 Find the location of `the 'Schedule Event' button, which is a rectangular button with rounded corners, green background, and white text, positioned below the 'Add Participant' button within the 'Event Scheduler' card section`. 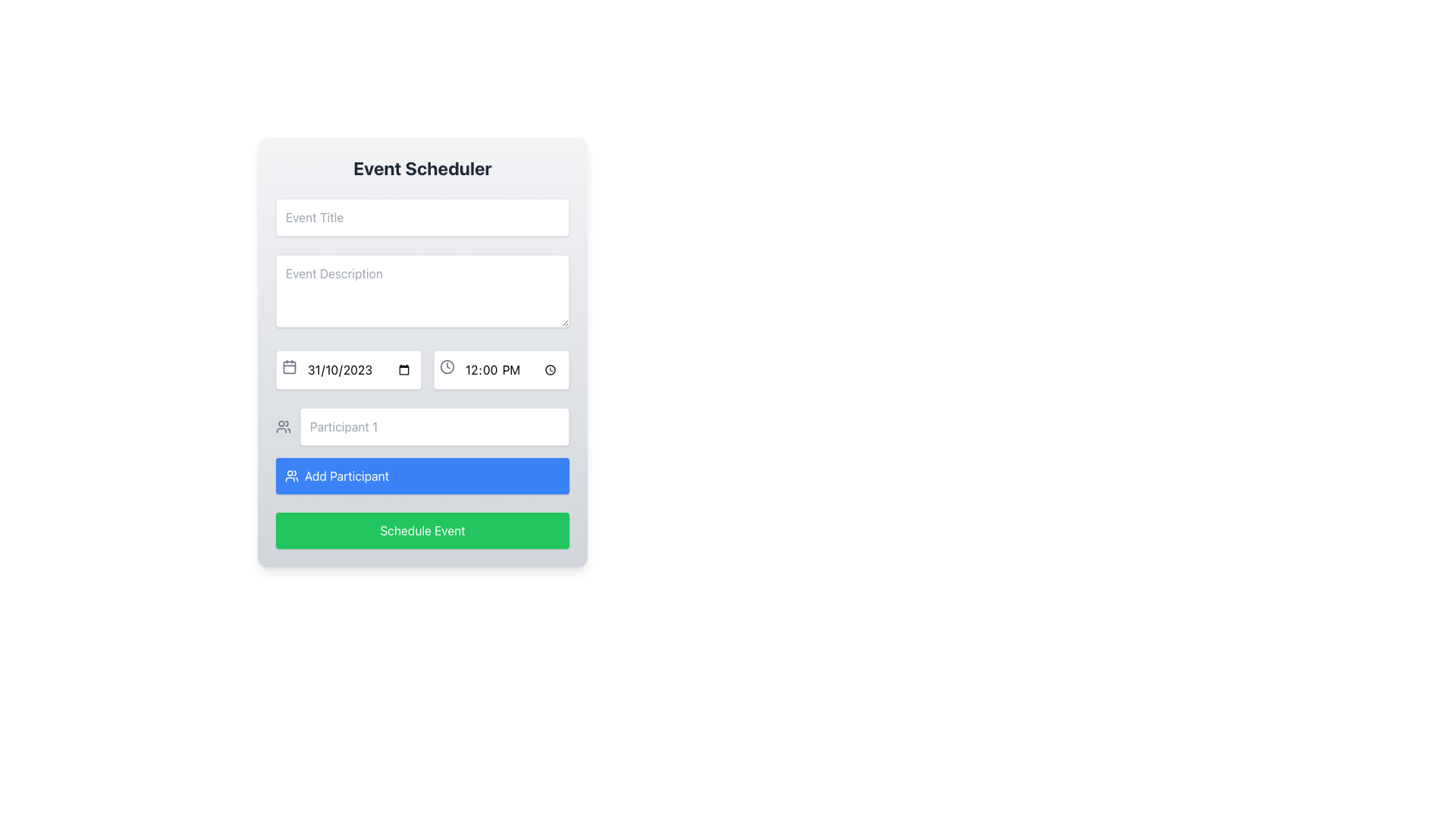

the 'Schedule Event' button, which is a rectangular button with rounded corners, green background, and white text, positioned below the 'Add Participant' button within the 'Event Scheduler' card section is located at coordinates (422, 529).